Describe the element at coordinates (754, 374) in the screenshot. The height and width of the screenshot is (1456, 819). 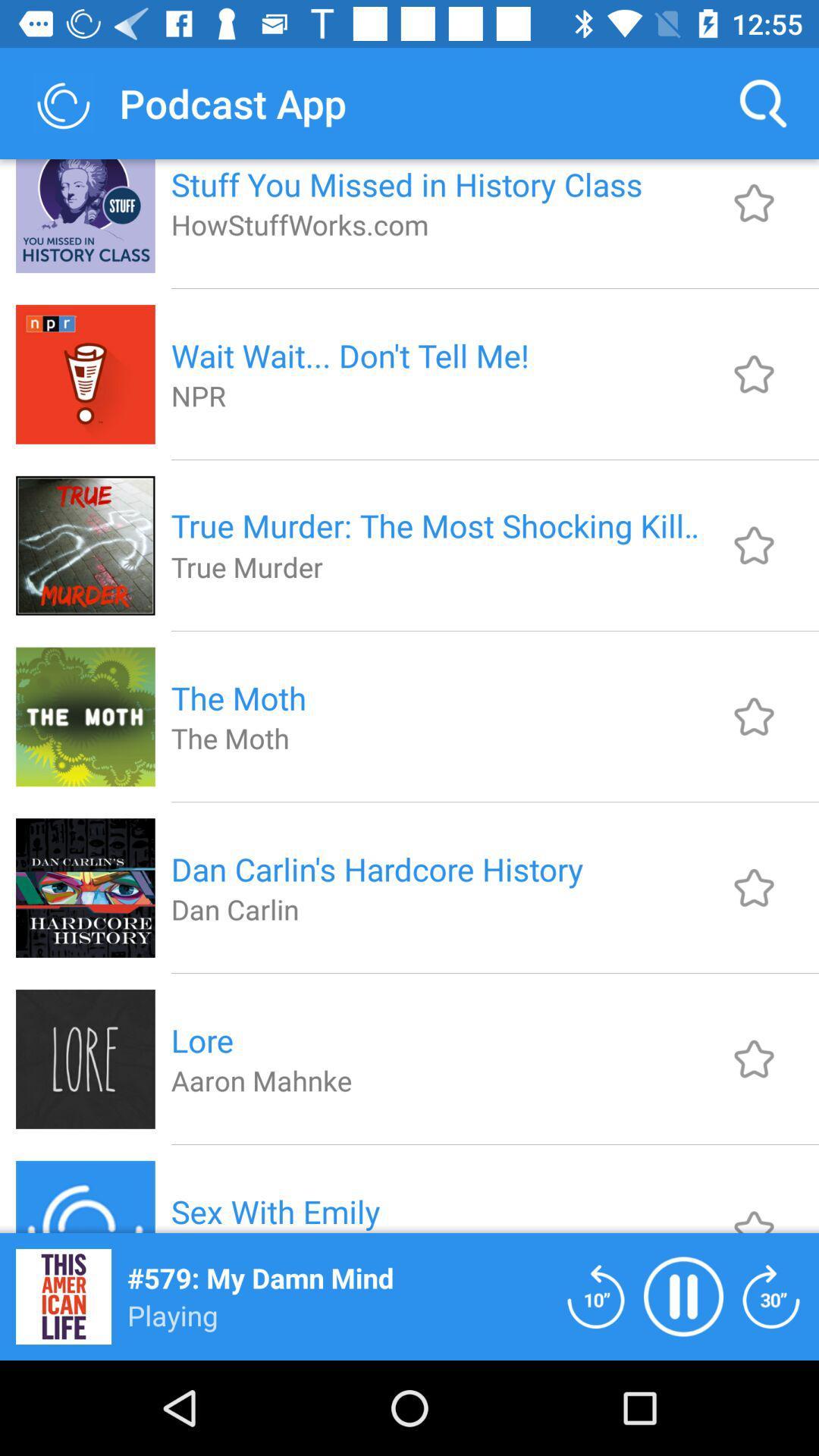
I see `mark as favorite` at that location.